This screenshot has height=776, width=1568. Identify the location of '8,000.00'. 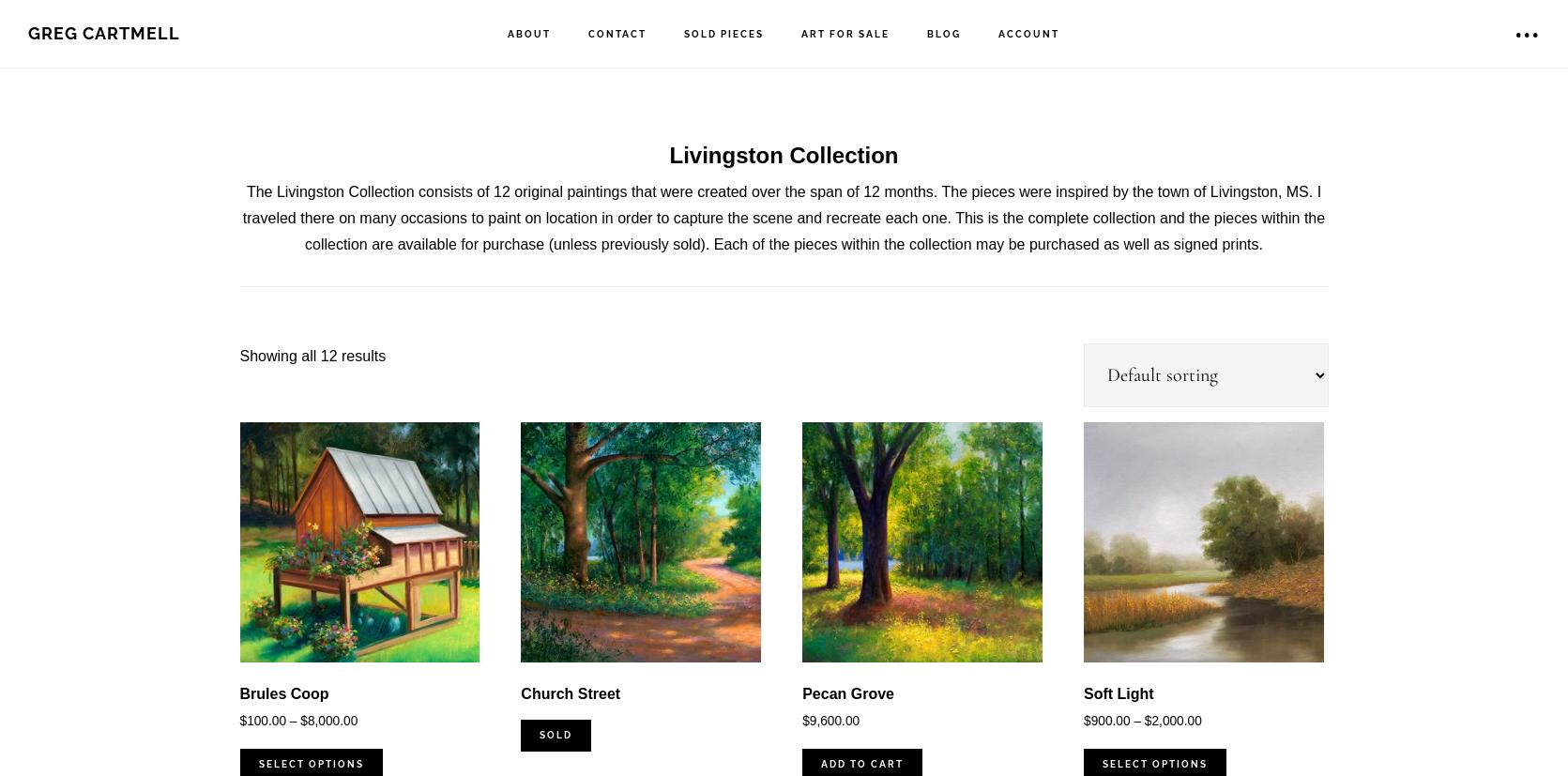
(330, 720).